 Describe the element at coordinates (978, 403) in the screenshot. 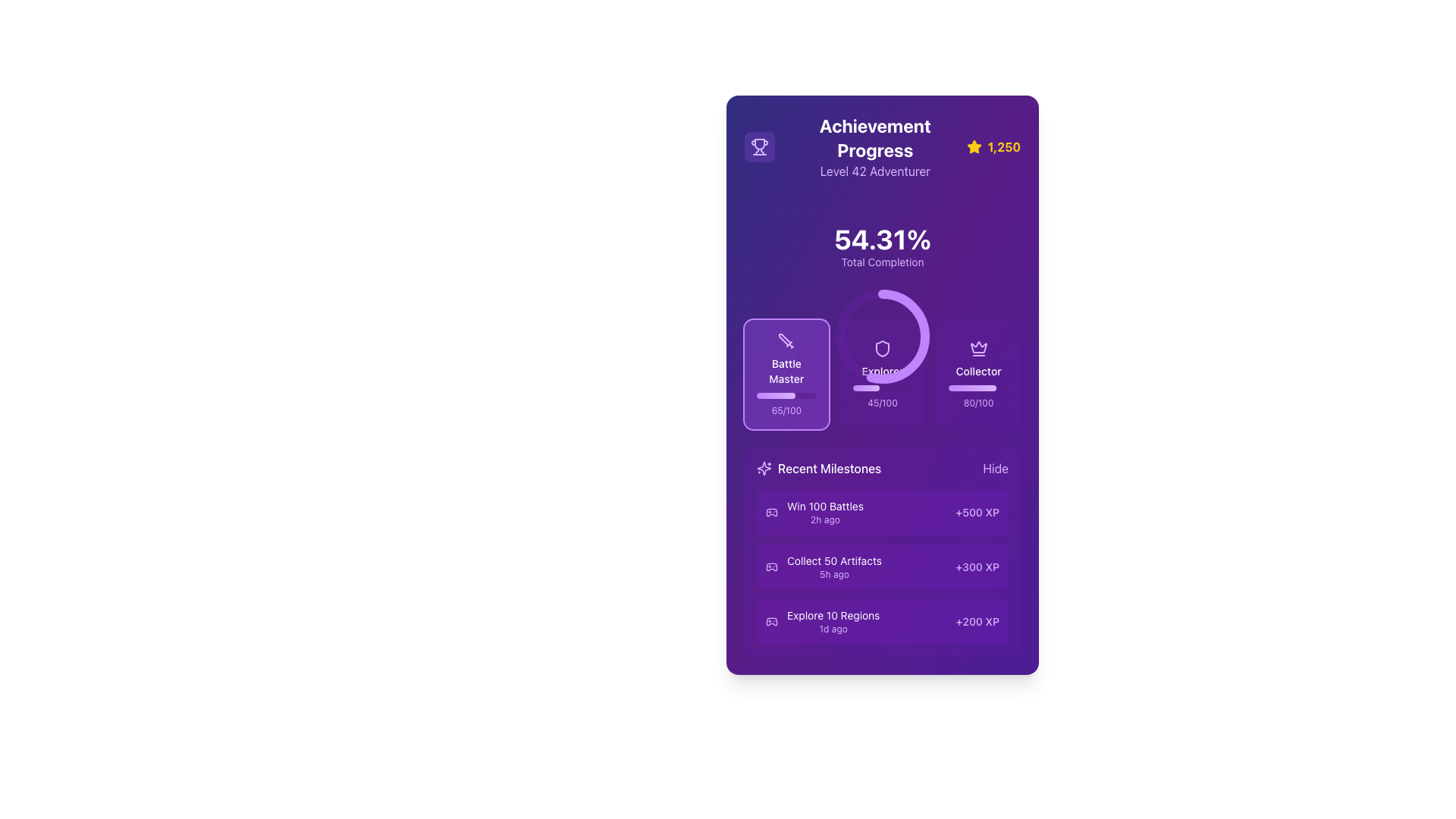

I see `the progress display text under the 'Collector' badge in the achievement progress section, which is non-interactive and purely informative` at that location.